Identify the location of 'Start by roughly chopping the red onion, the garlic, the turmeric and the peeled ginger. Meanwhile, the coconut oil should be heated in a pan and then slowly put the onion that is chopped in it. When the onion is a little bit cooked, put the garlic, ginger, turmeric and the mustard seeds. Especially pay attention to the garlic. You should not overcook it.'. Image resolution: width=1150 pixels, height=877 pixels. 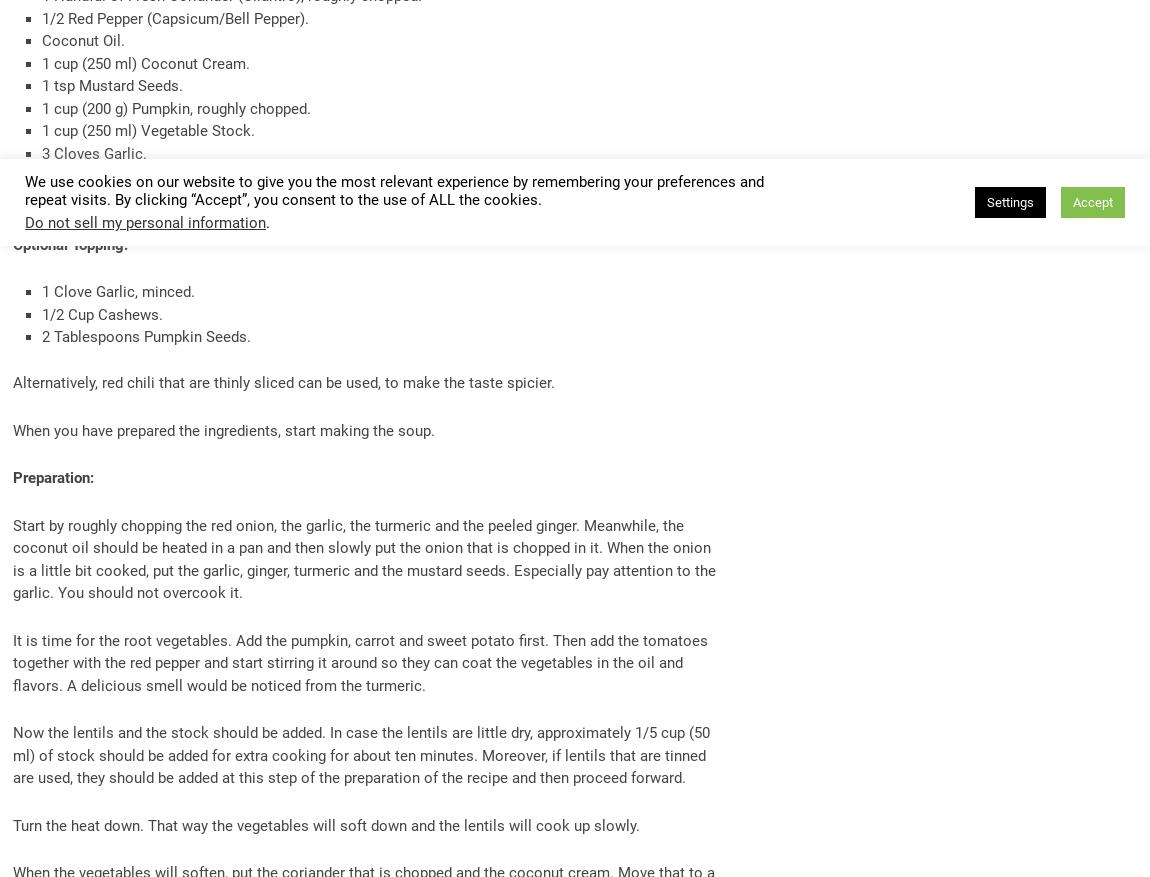
(364, 558).